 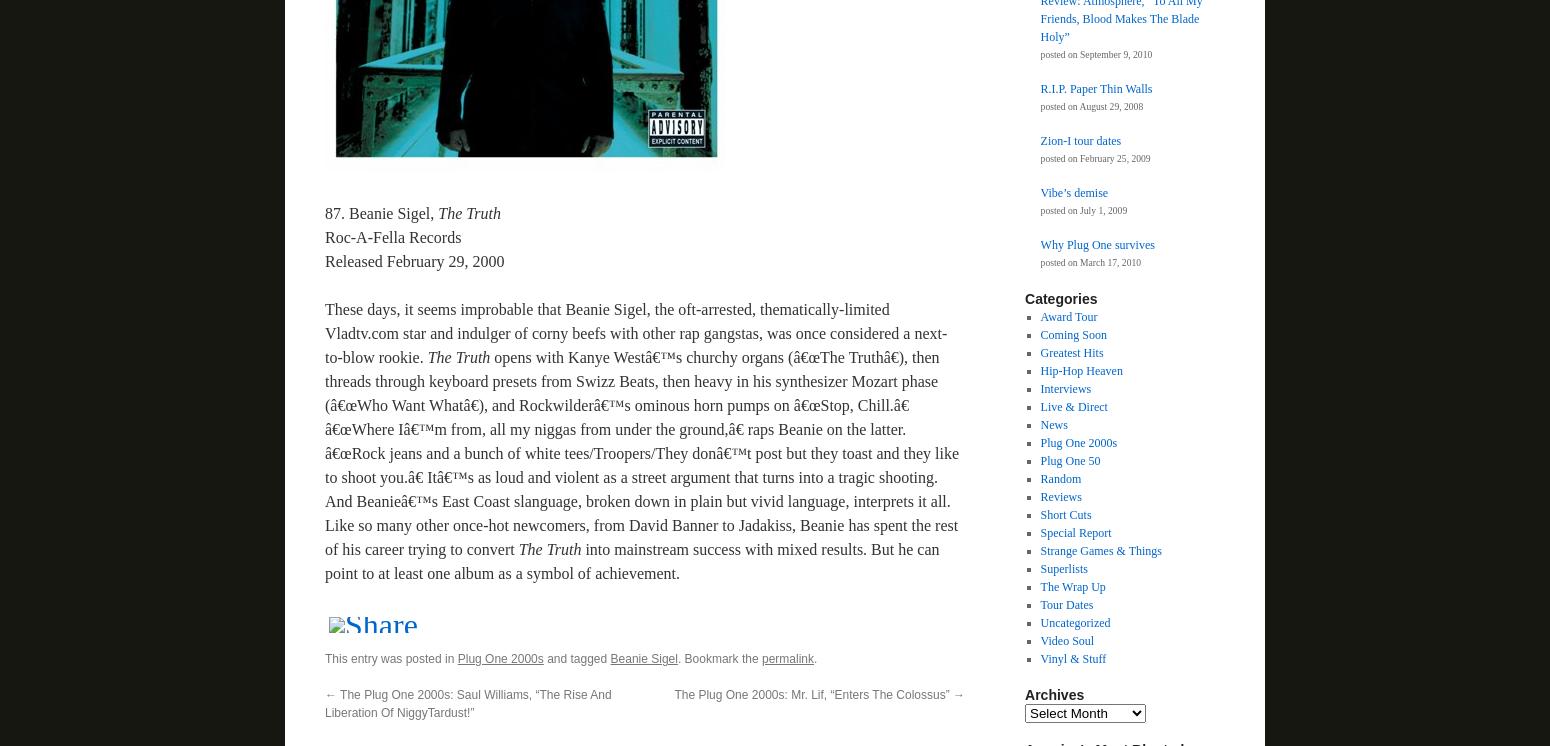 I want to click on 'permalink', so click(x=786, y=658).